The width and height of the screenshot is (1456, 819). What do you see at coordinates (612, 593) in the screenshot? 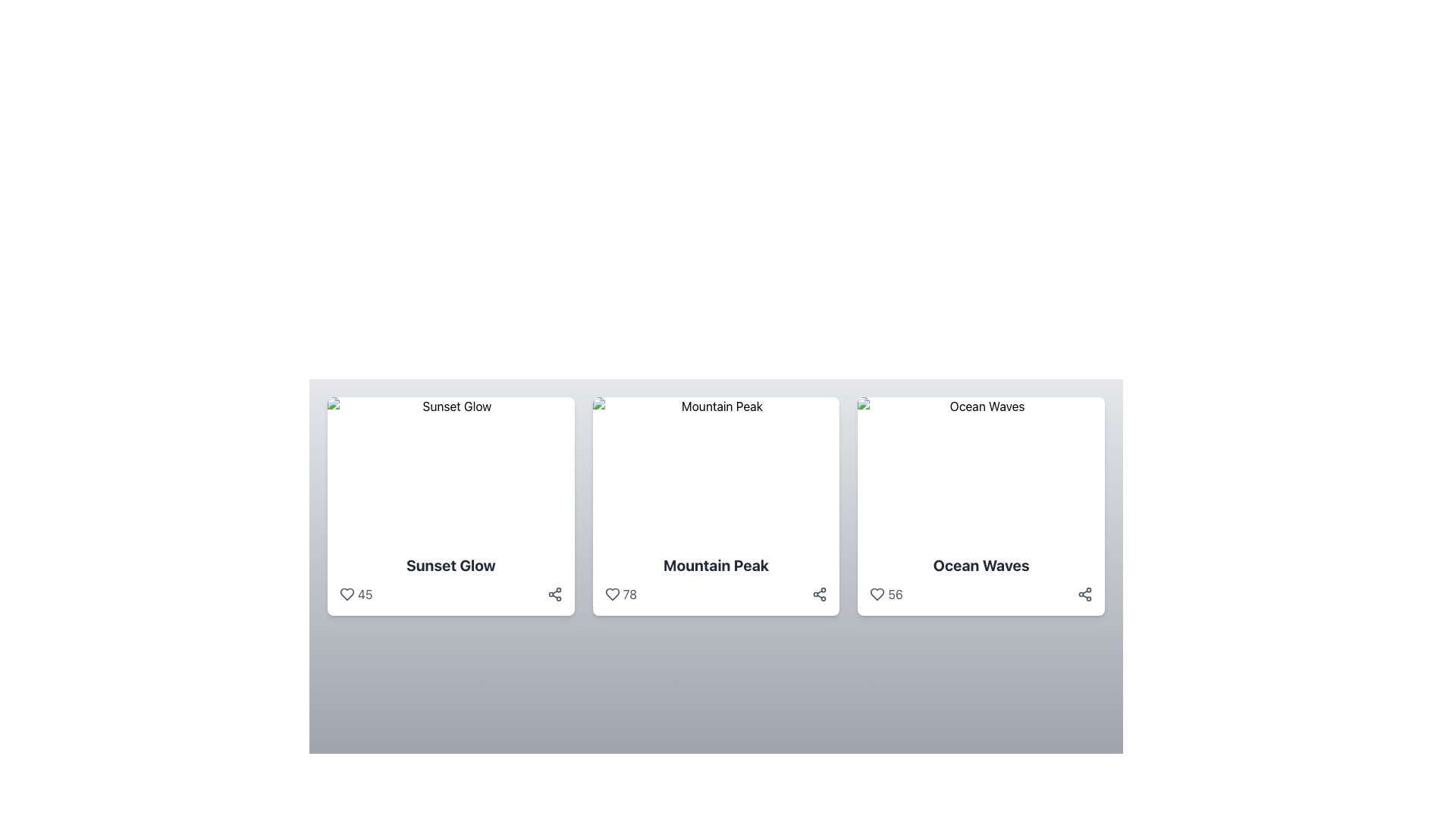
I see `the heart icon to indicate interest in liking the 'Mountain Peak' item, which is located to the left of the '78' like count text` at bounding box center [612, 593].